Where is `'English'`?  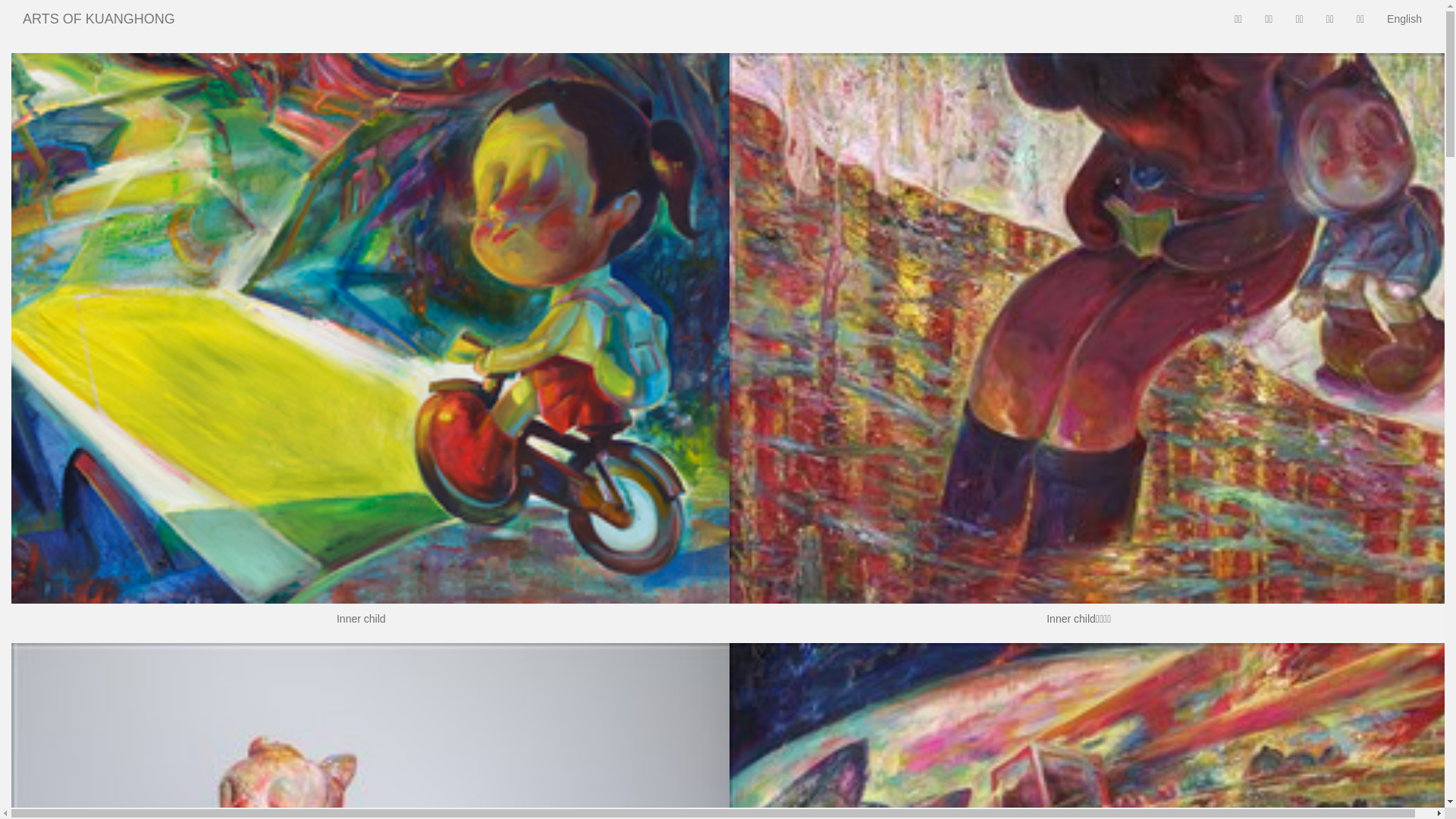
'English' is located at coordinates (1404, 18).